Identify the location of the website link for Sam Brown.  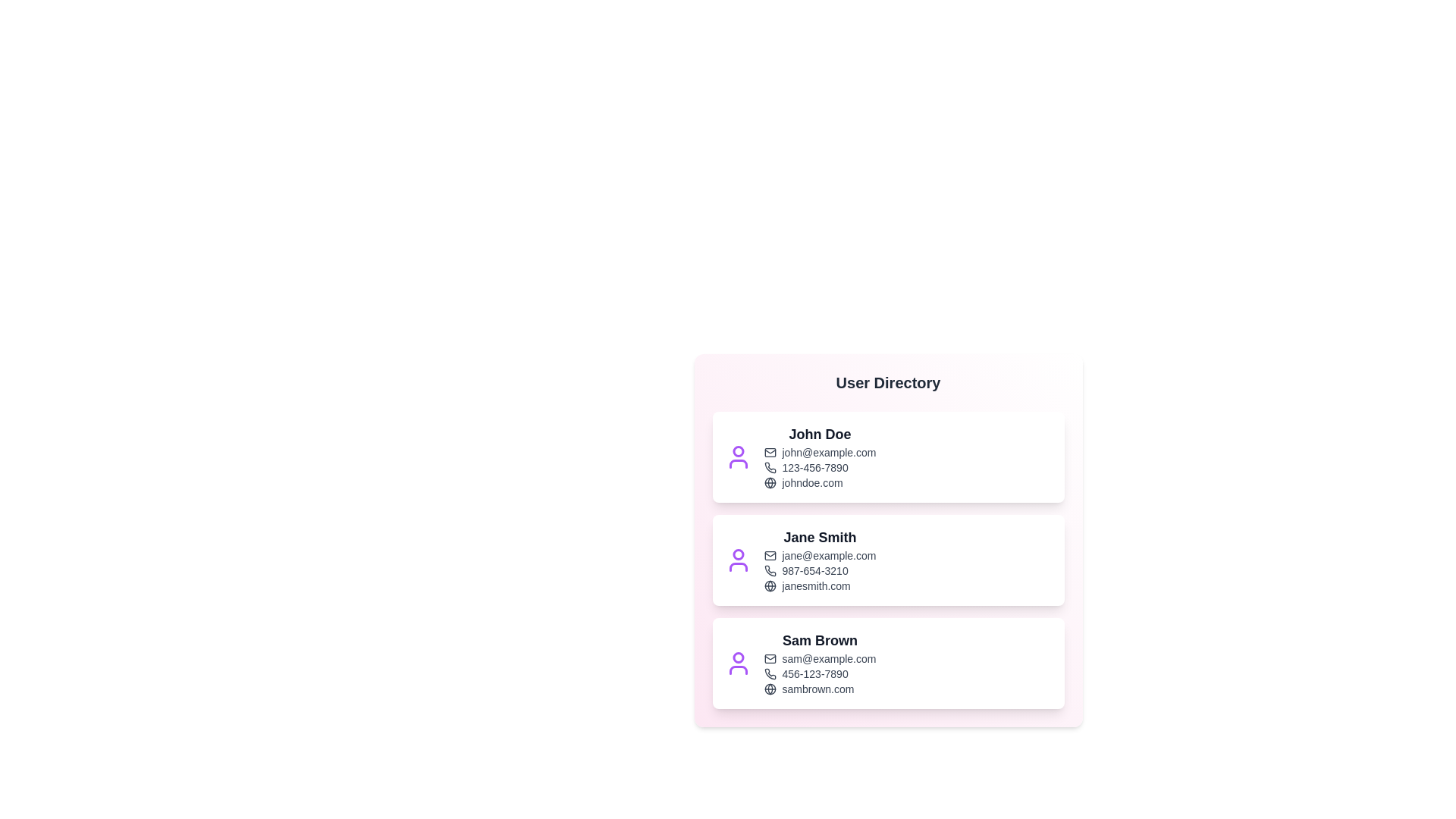
(819, 689).